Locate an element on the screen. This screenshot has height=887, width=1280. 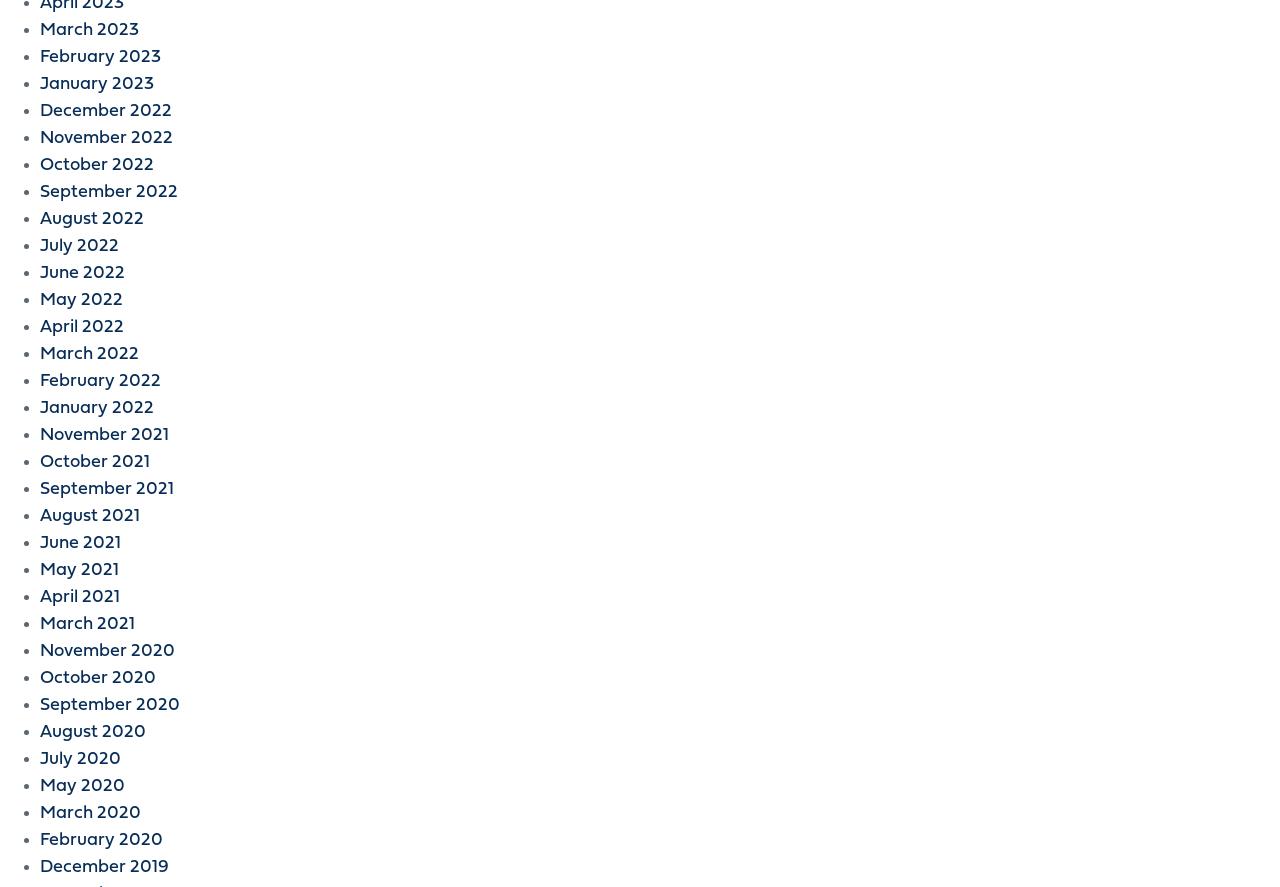
'December 2022' is located at coordinates (39, 111).